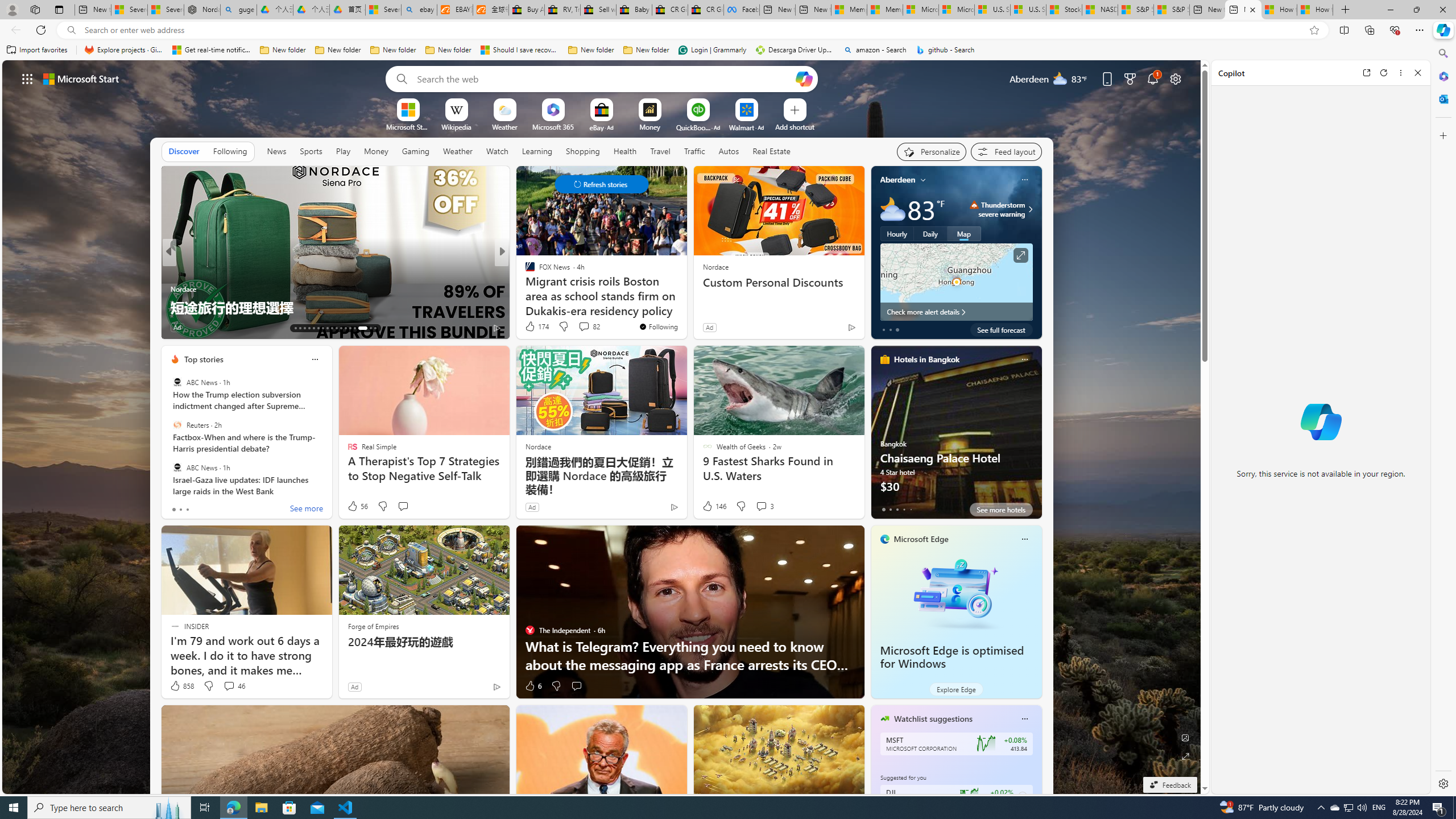 This screenshot has width=1456, height=819. Describe the element at coordinates (996, 209) in the screenshot. I see `'Thunderstorm - Severe Thunderstorm severe warning'` at that location.